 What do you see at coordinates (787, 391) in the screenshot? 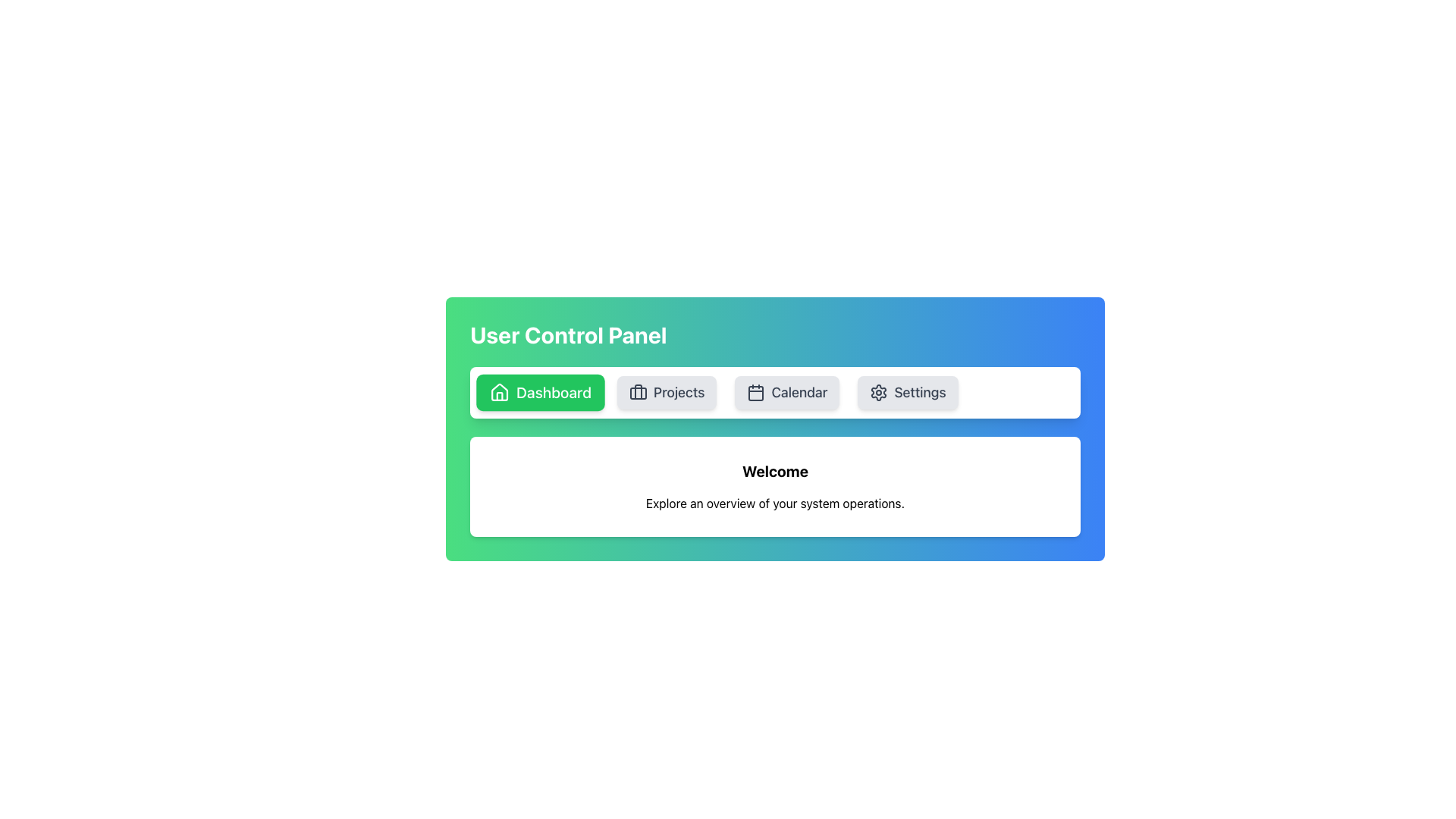
I see `the navigational button that redirects to the calendar section of the application for keyboard interaction` at bounding box center [787, 391].